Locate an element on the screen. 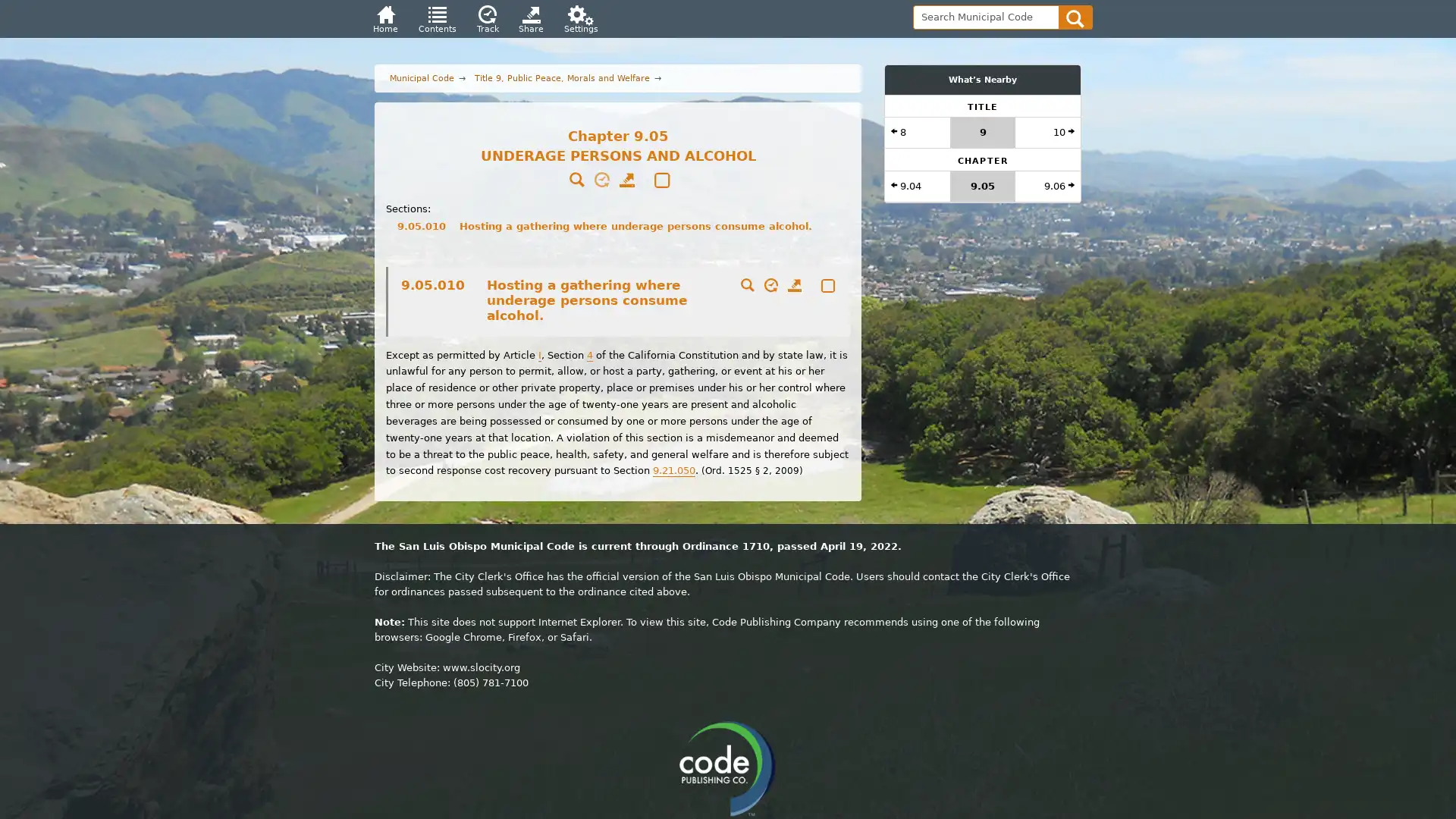  Save, Share, Bookmark or Print is located at coordinates (792, 287).